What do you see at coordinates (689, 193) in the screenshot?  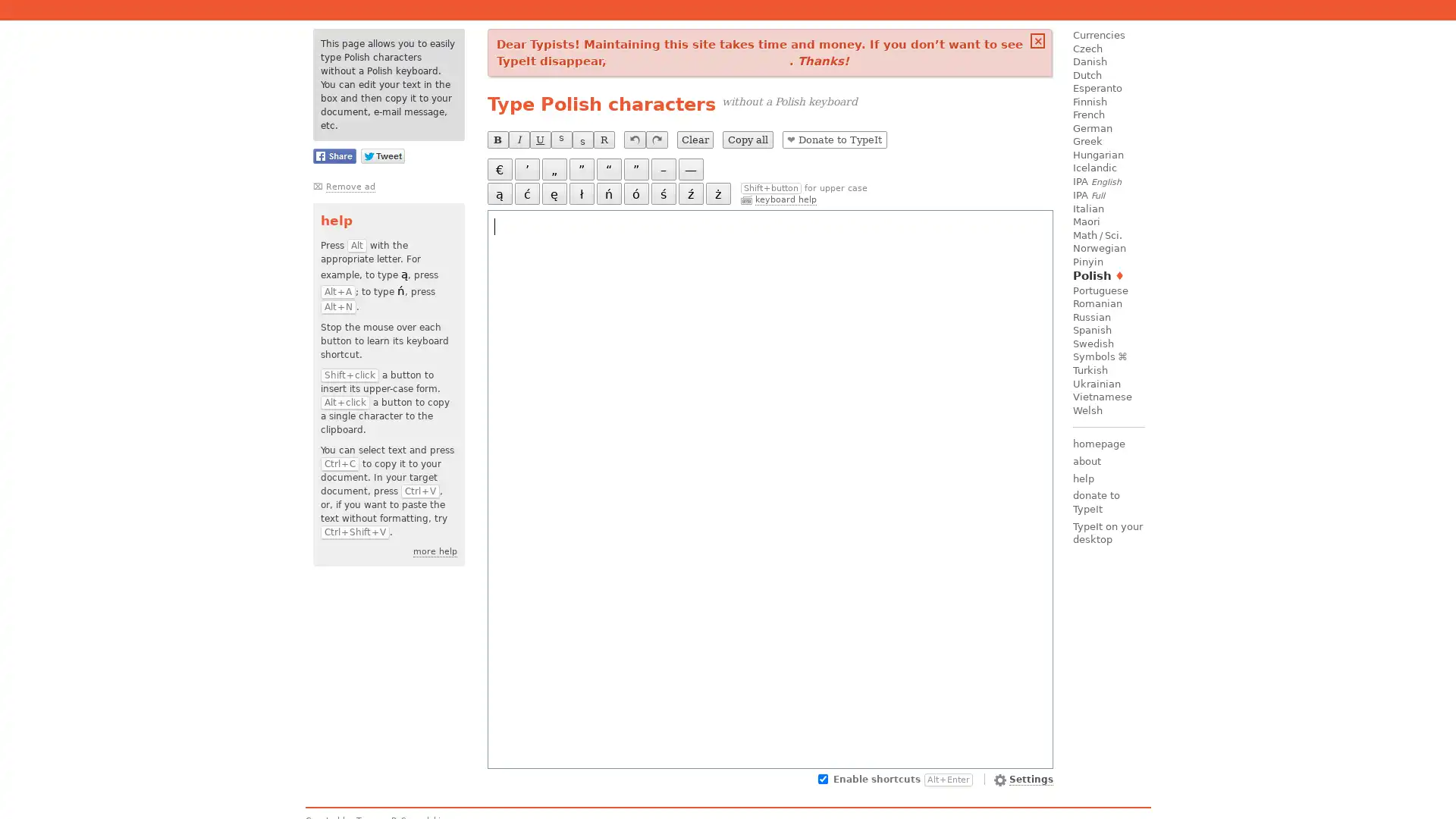 I see `z` at bounding box center [689, 193].